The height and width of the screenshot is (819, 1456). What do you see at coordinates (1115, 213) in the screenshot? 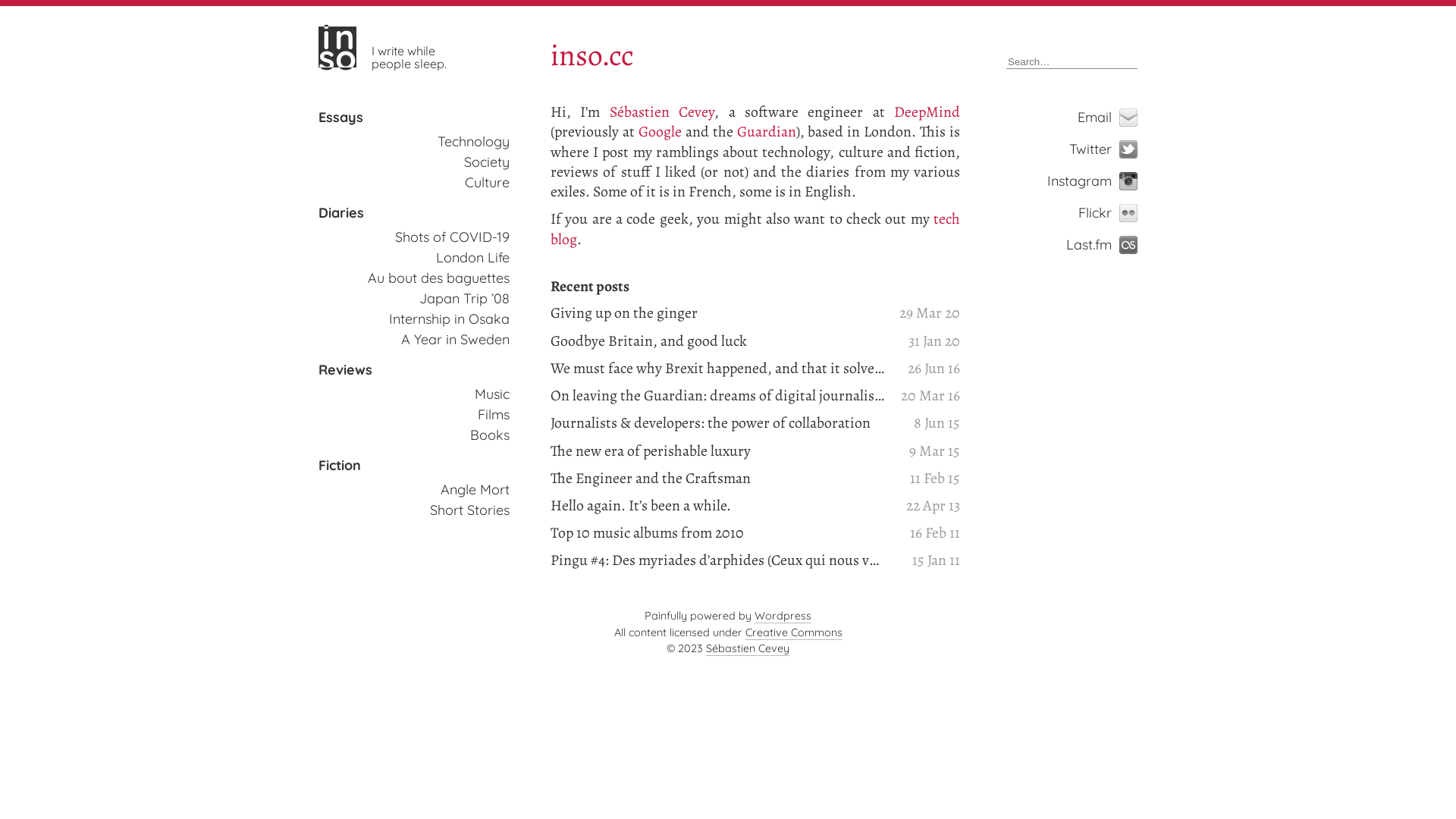
I see `'Flickr'` at bounding box center [1115, 213].